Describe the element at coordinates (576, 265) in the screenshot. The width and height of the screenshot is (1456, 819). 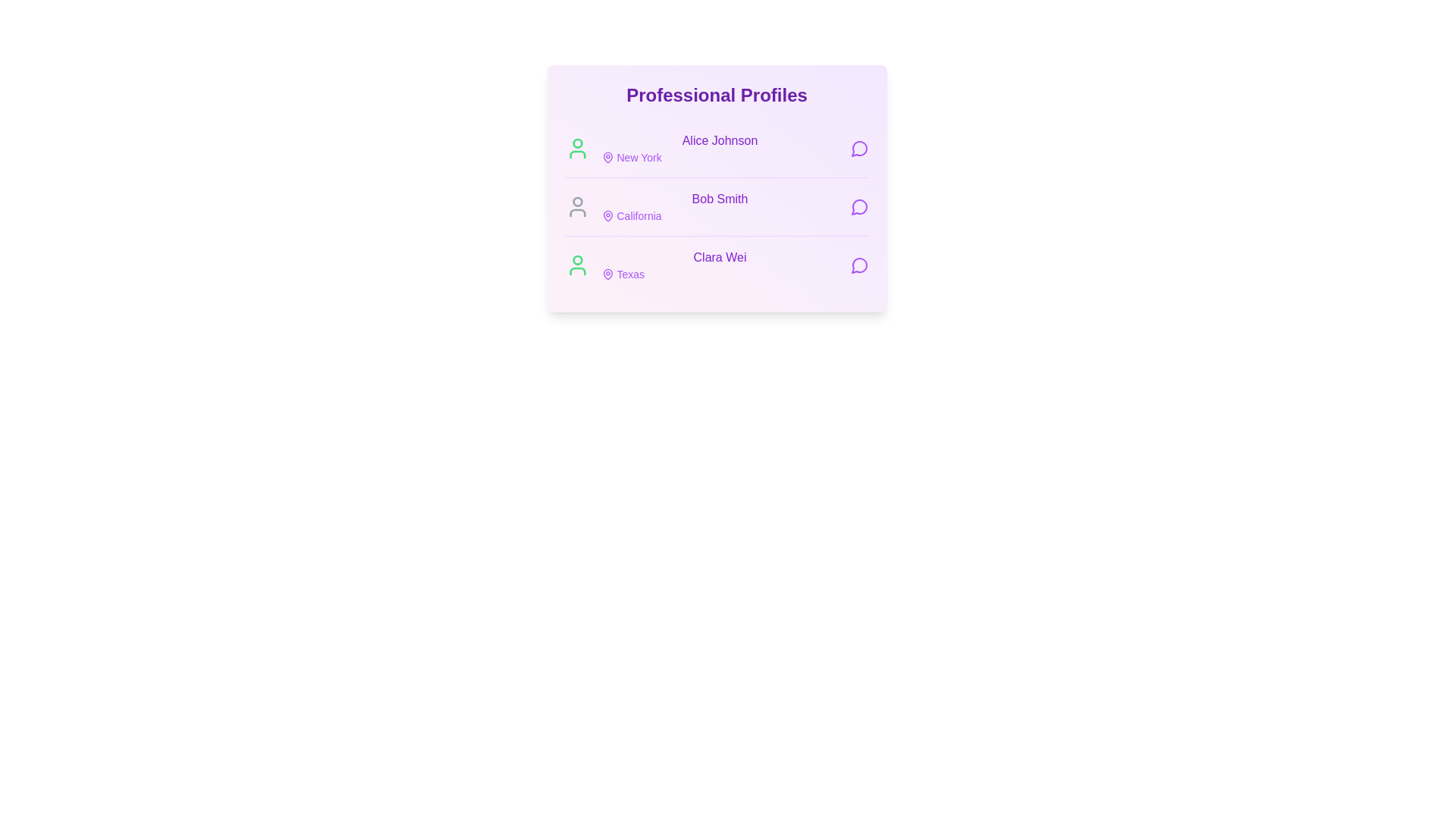
I see `the user icon corresponding to Clara Wei to indicate their online status` at that location.